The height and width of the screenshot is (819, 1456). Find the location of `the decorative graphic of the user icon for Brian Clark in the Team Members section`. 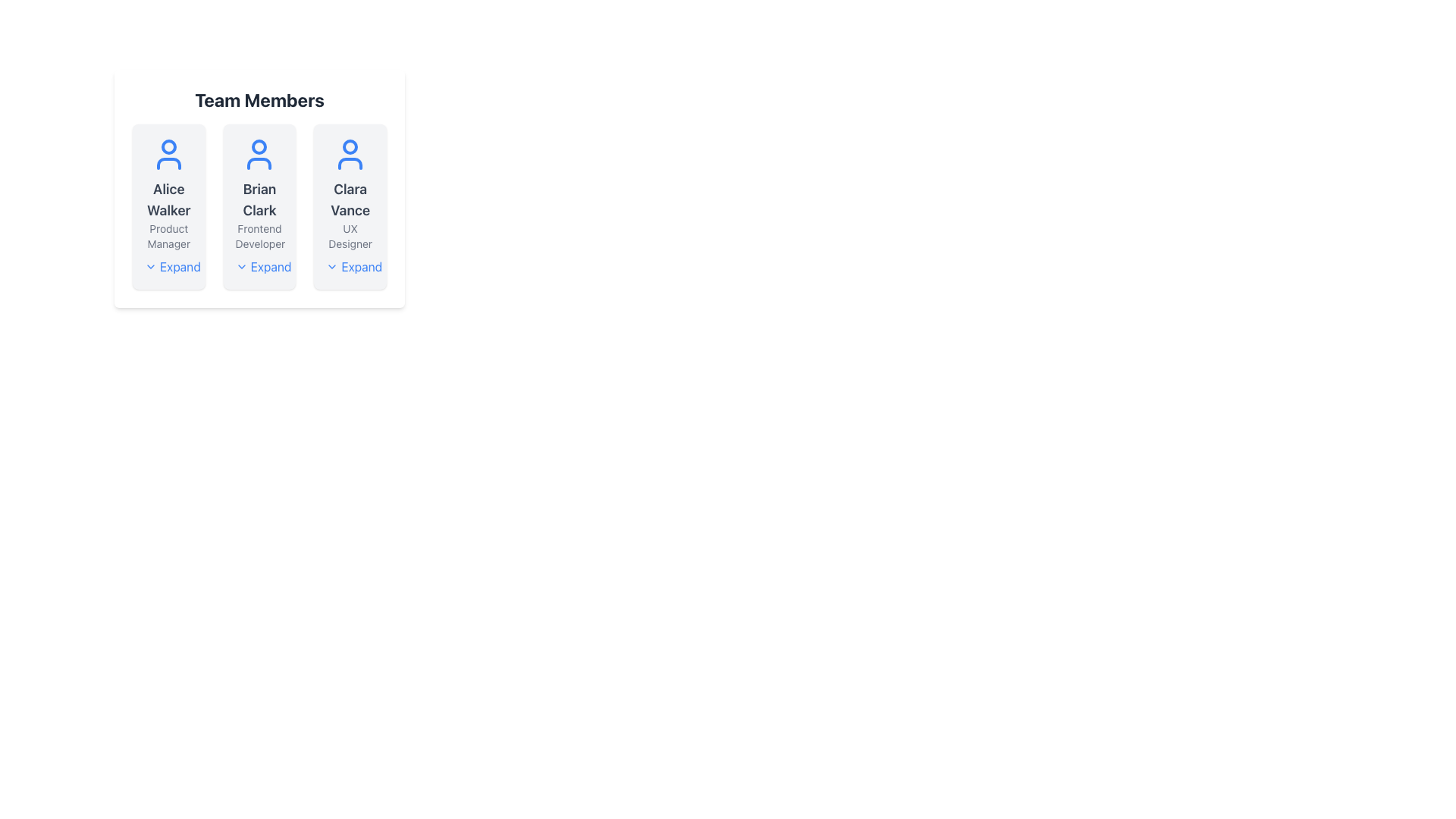

the decorative graphic of the user icon for Brian Clark in the Team Members section is located at coordinates (259, 146).